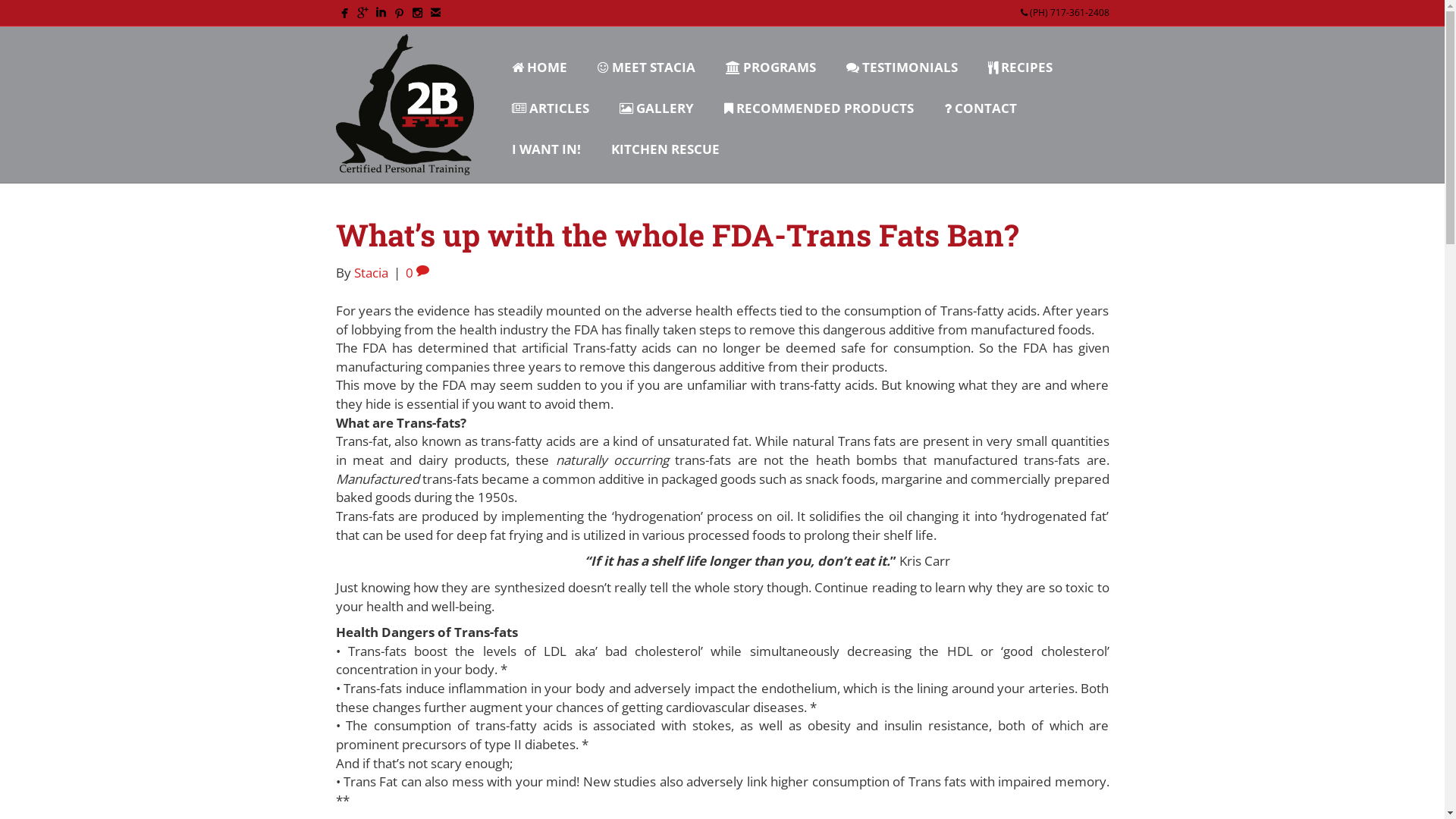  I want to click on 'ARTICLES', so click(496, 104).